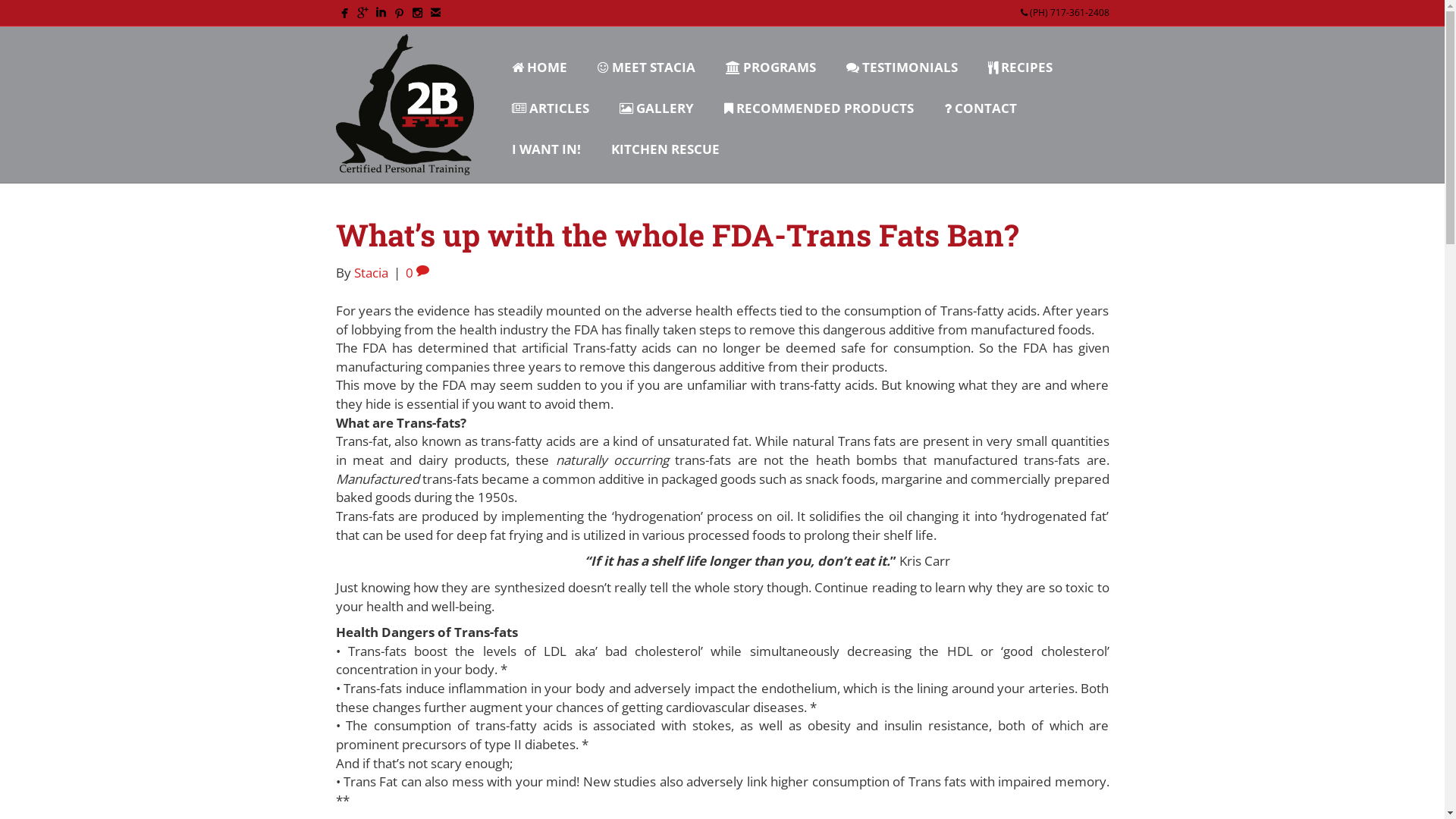  I want to click on 'ARTICLES', so click(496, 104).